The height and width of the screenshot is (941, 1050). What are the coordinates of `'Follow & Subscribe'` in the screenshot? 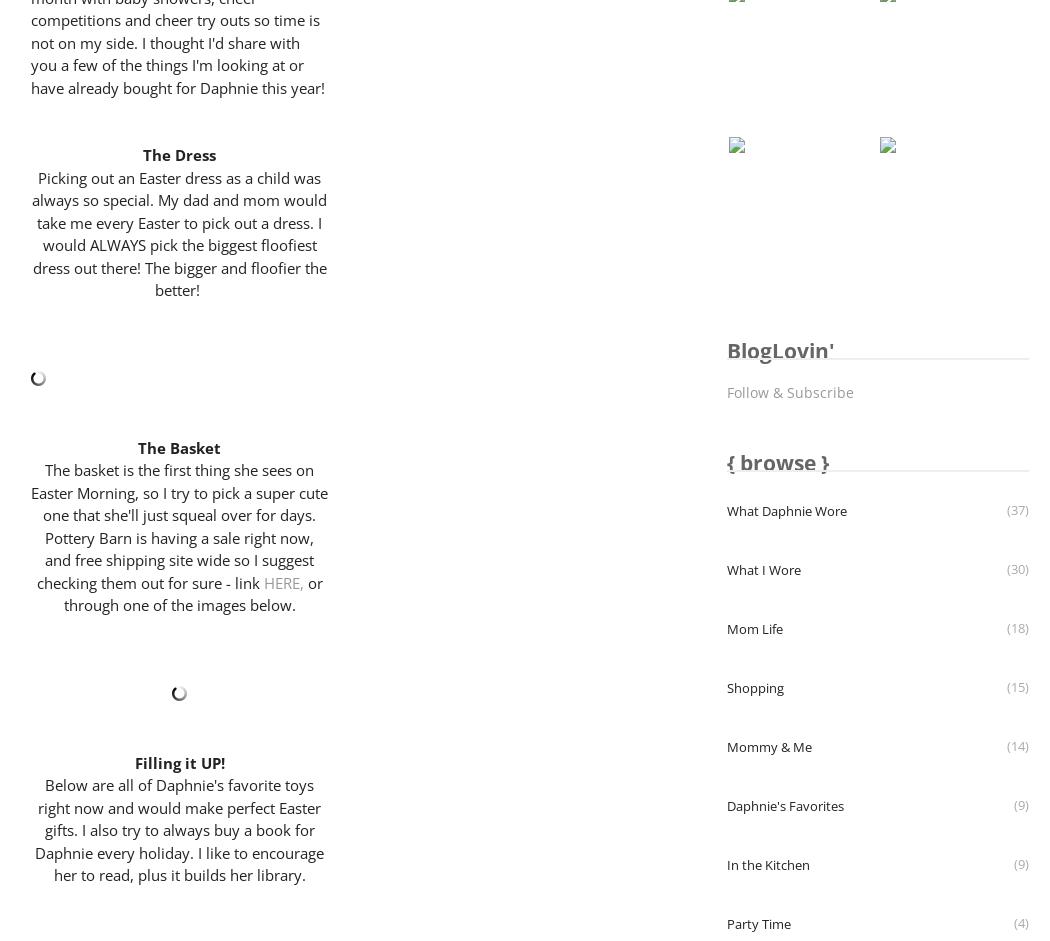 It's located at (788, 390).